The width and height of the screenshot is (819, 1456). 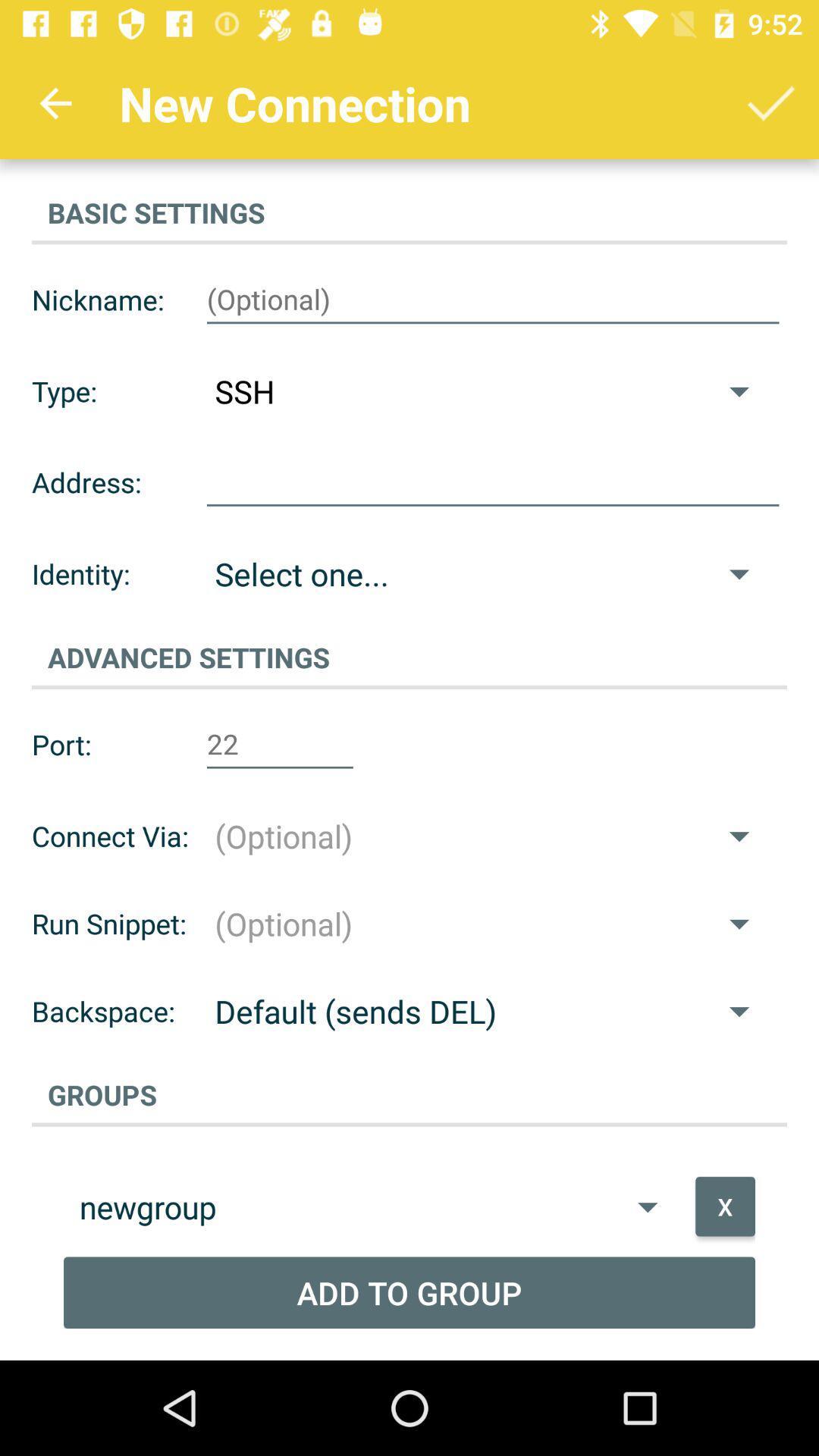 What do you see at coordinates (493, 300) in the screenshot?
I see `writting to the name in box` at bounding box center [493, 300].